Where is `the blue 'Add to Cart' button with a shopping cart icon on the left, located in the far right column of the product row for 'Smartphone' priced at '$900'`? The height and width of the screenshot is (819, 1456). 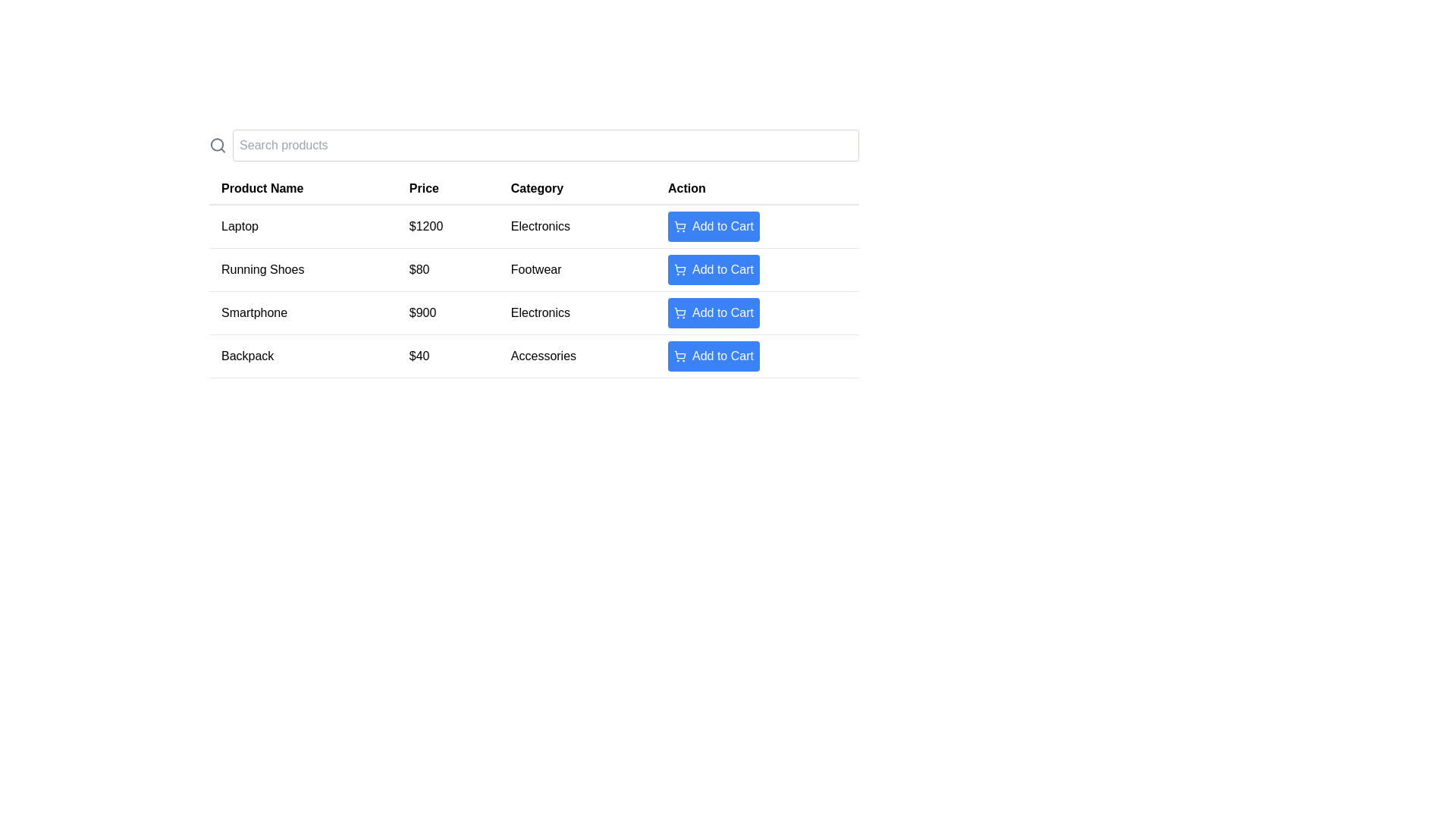
the blue 'Add to Cart' button with a shopping cart icon on the left, located in the far right column of the product row for 'Smartphone' priced at '$900' is located at coordinates (757, 312).